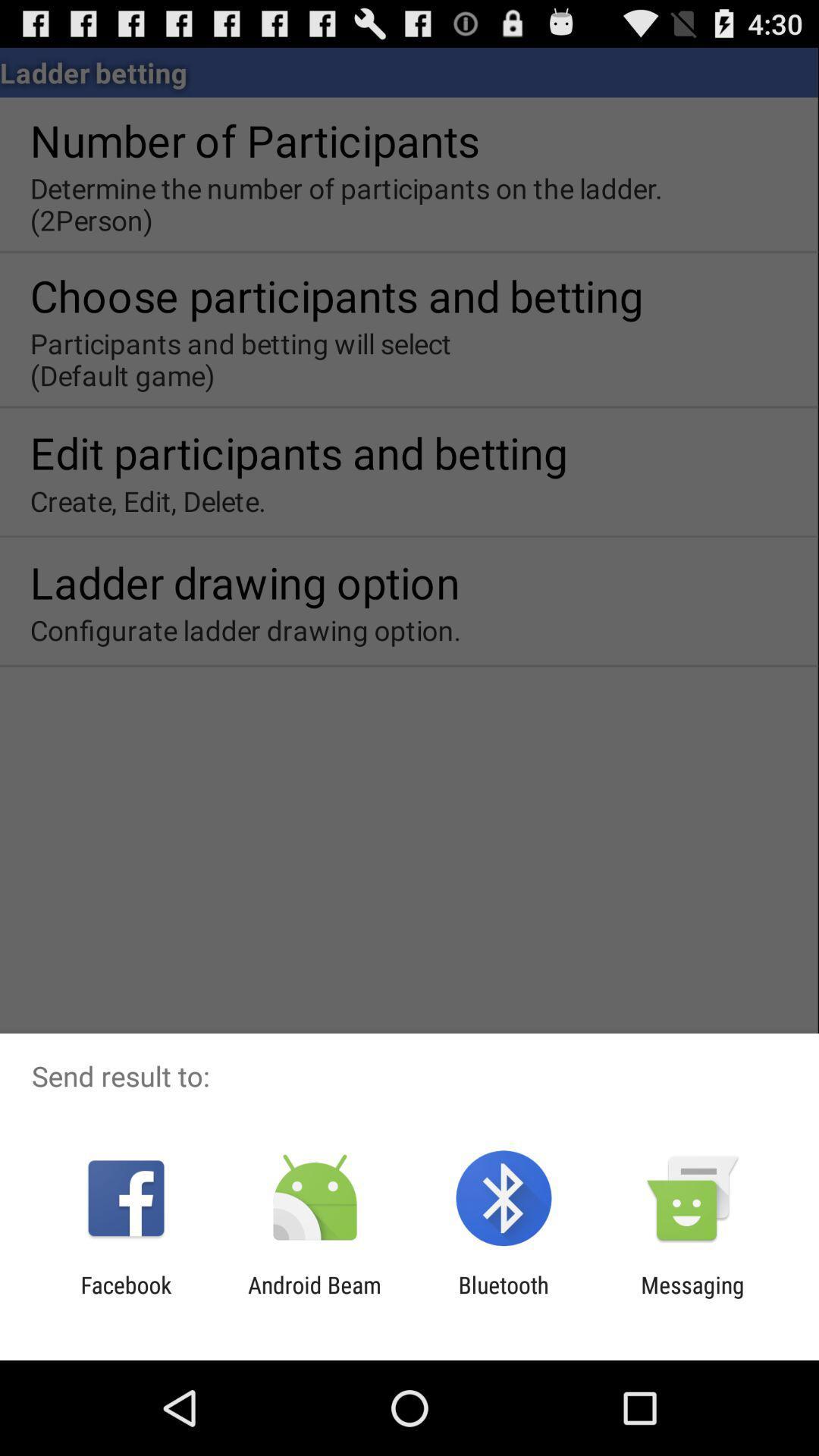  I want to click on the app next to the bluetooth icon, so click(692, 1298).